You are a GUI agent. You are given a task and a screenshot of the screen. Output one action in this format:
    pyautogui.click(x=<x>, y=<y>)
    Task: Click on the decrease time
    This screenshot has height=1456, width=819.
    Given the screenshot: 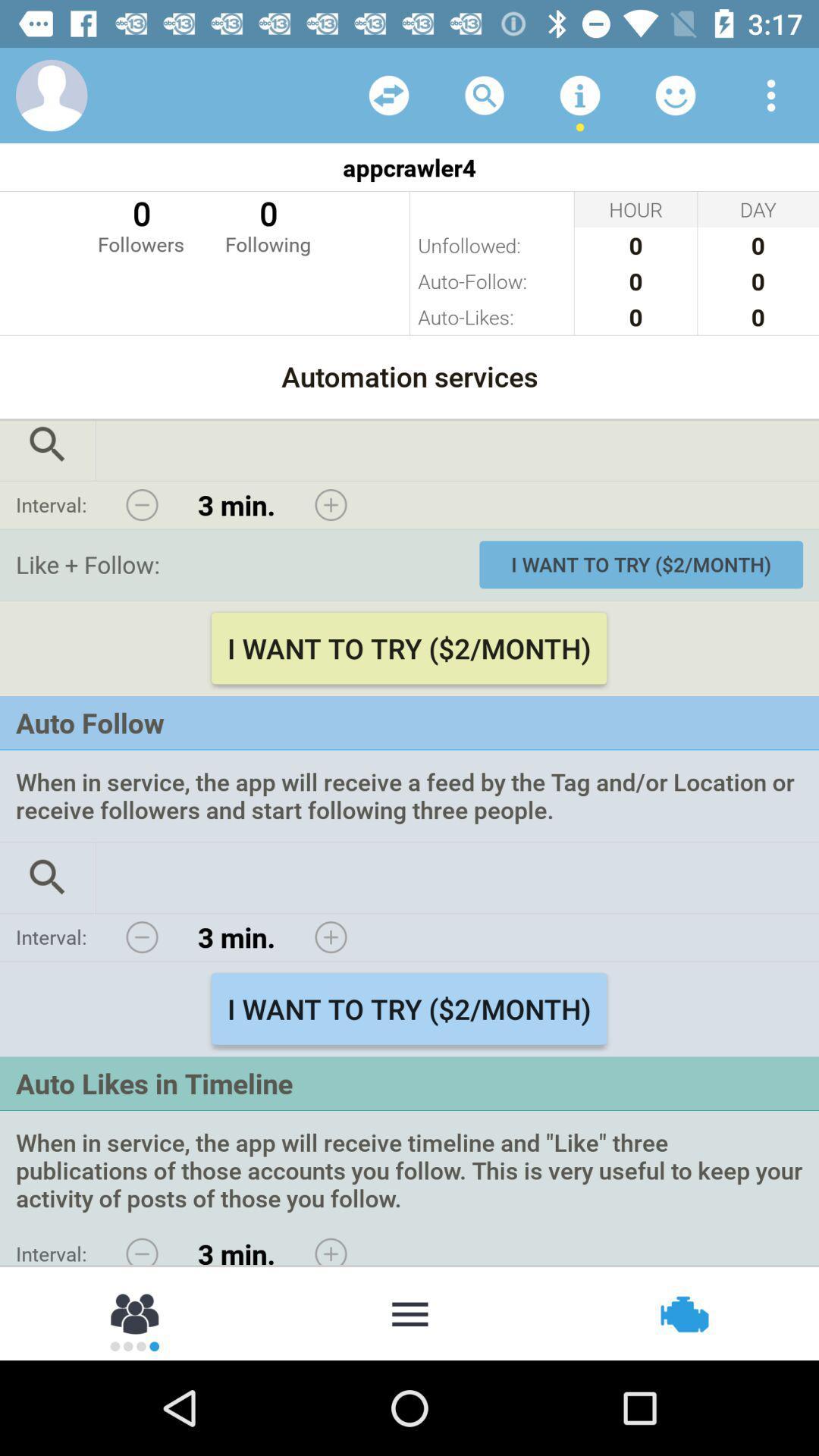 What is the action you would take?
    pyautogui.click(x=142, y=505)
    